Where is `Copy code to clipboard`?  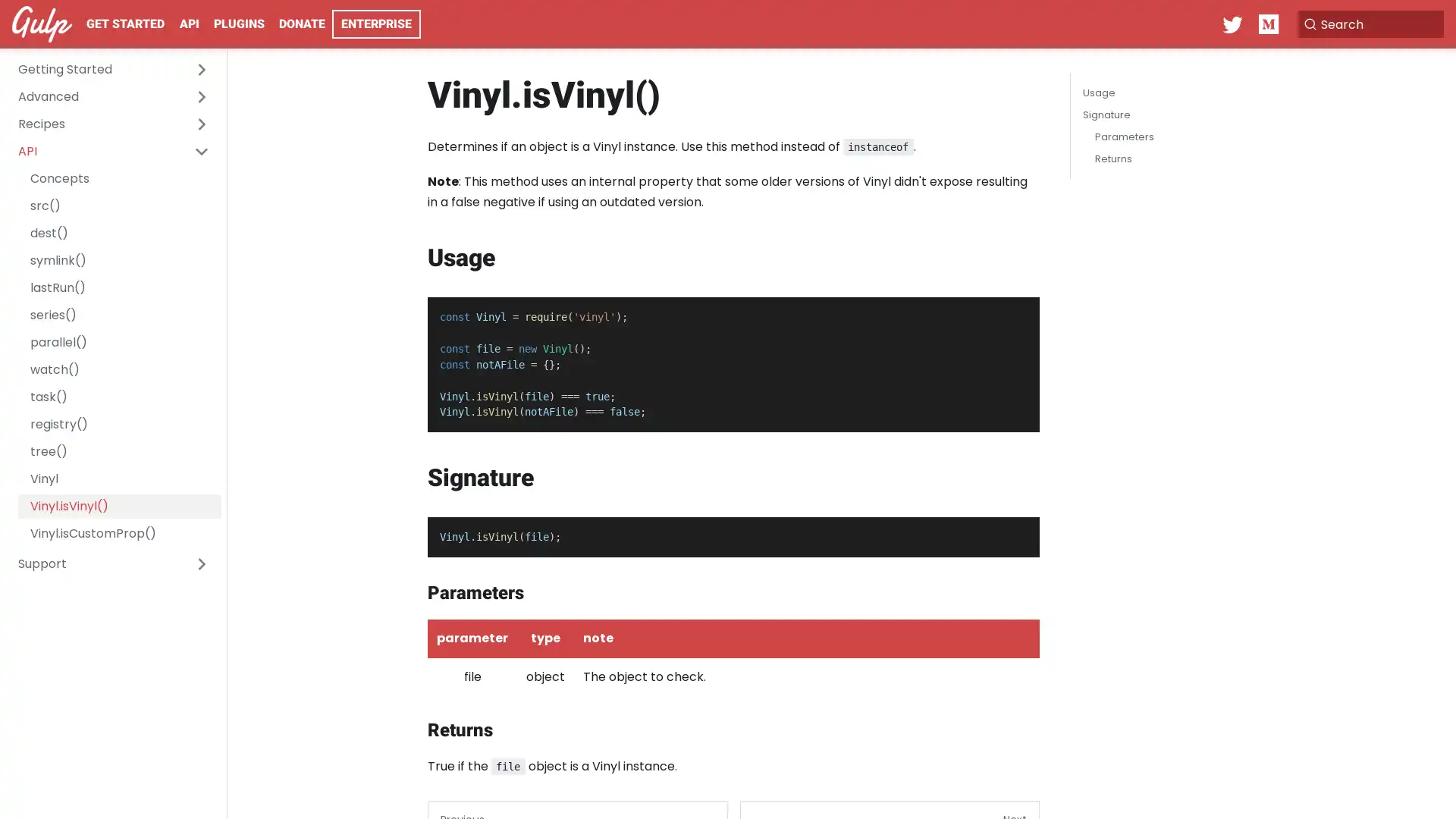
Copy code to clipboard is located at coordinates (1015, 533).